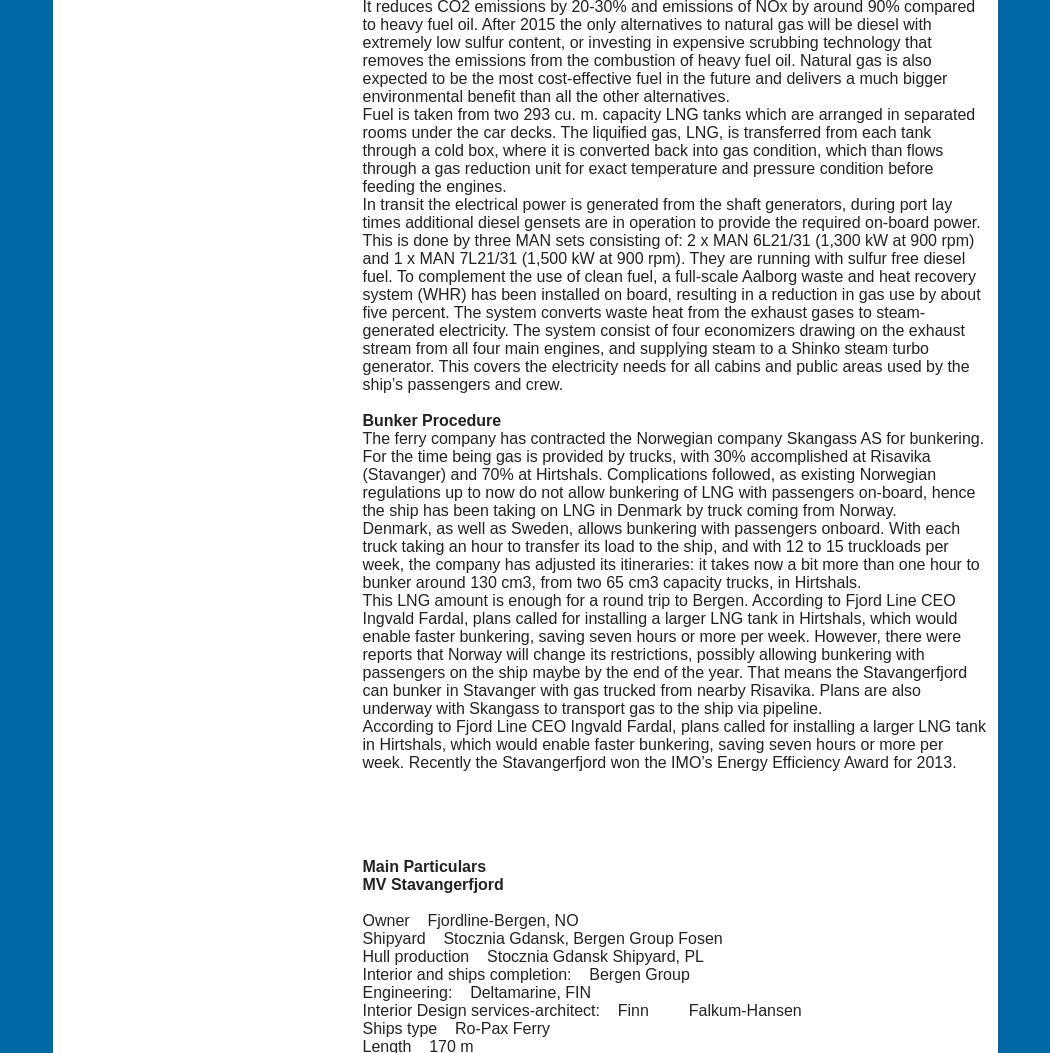  What do you see at coordinates (430, 419) in the screenshot?
I see `'Bunker Procedure'` at bounding box center [430, 419].